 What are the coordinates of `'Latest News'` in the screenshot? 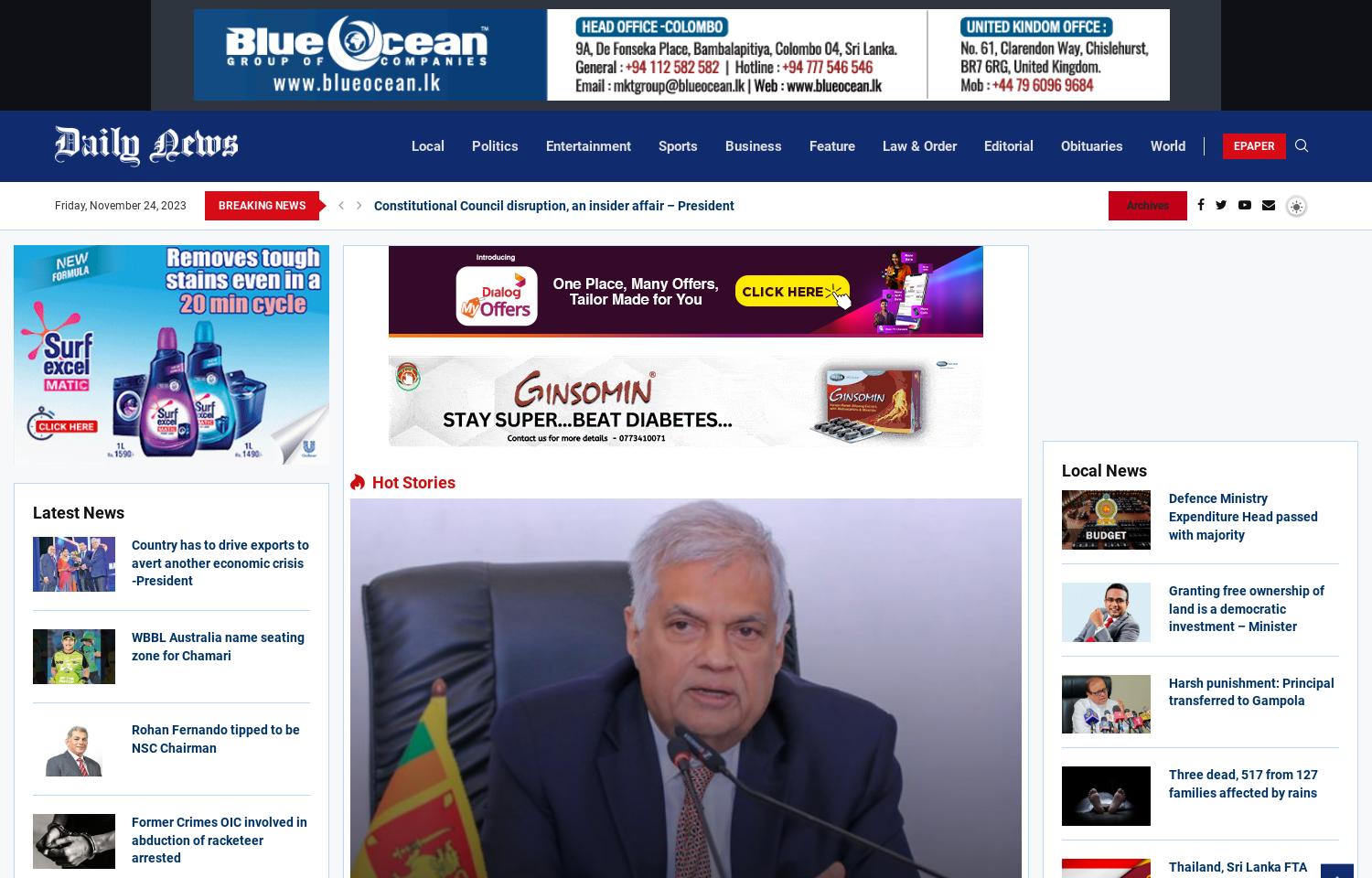 It's located at (33, 511).